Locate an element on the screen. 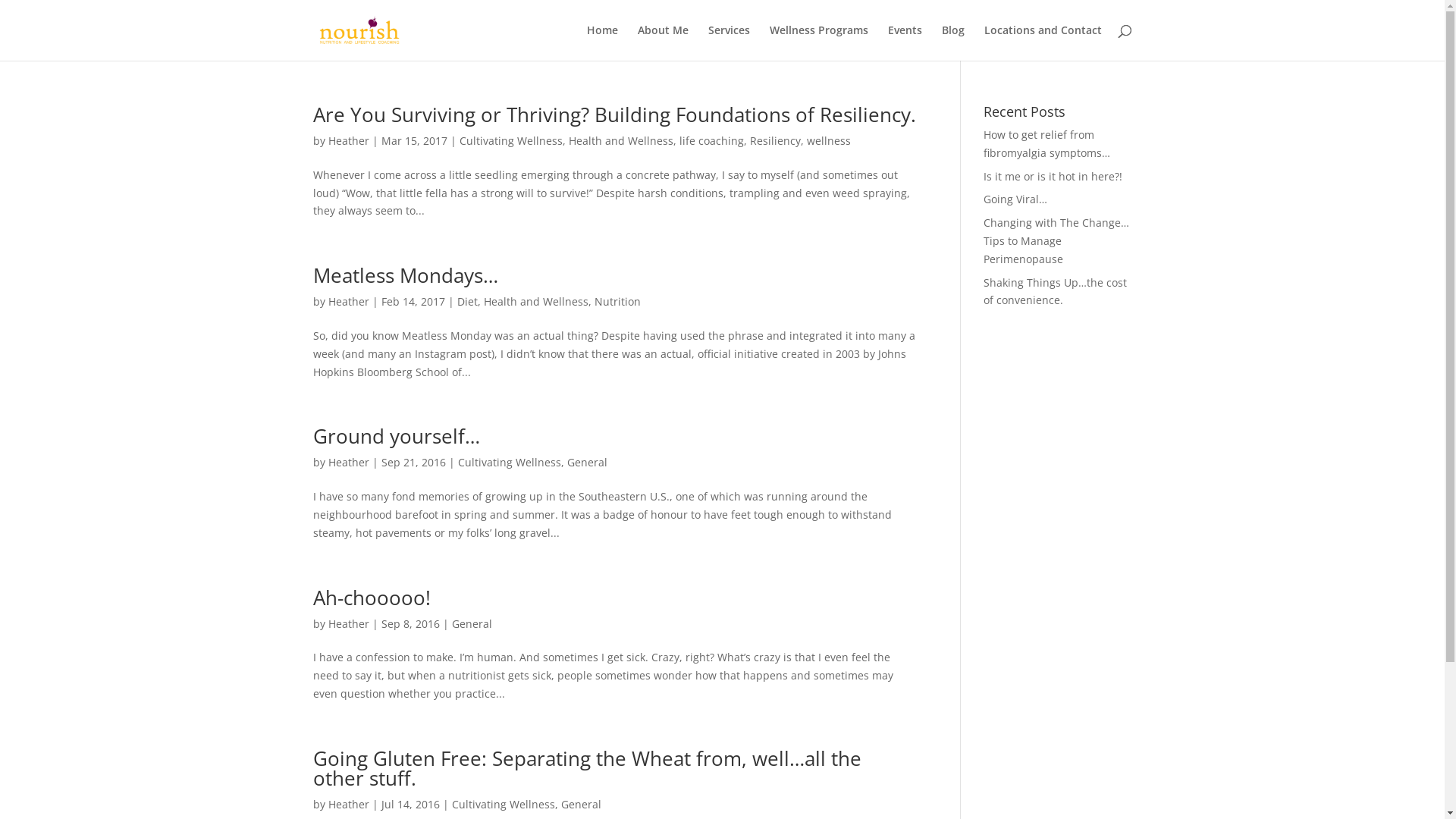 The height and width of the screenshot is (819, 1456). 'Events' is located at coordinates (904, 42).